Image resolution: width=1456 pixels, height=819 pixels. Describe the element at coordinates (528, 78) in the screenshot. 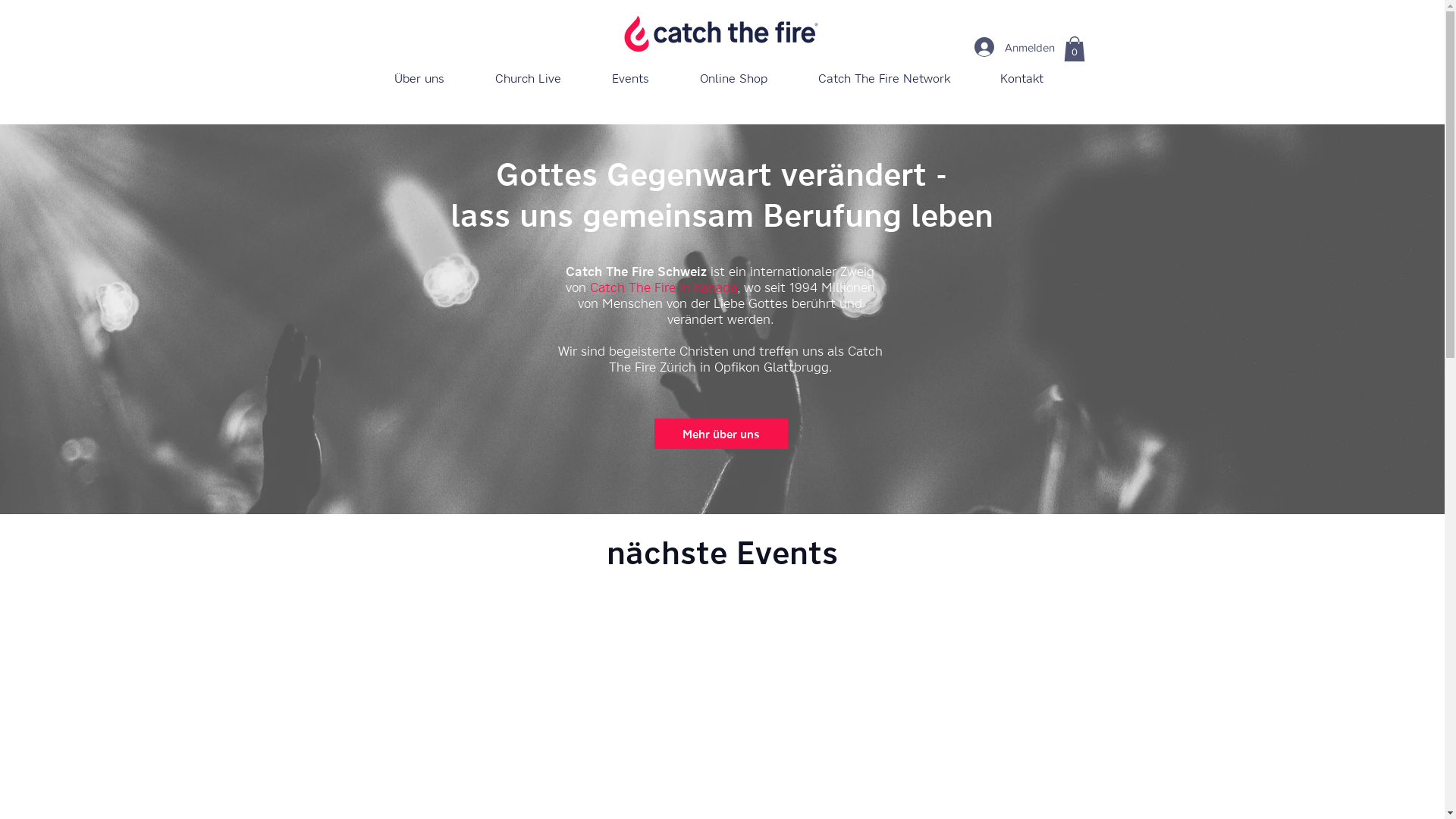

I see `'Church Live'` at that location.